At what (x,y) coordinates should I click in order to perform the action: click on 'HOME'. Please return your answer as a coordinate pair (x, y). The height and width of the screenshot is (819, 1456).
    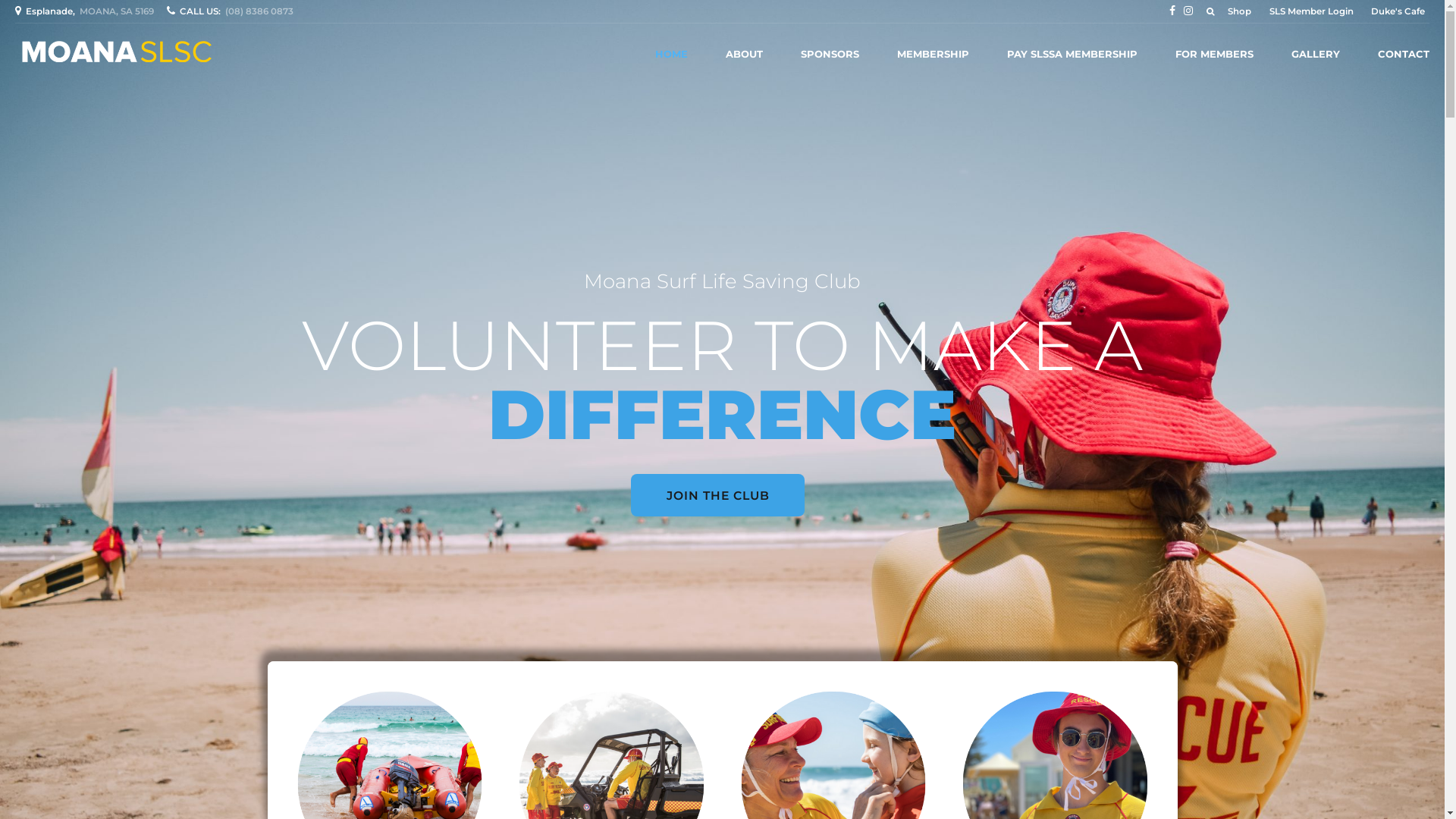
    Looking at the image, I should click on (670, 52).